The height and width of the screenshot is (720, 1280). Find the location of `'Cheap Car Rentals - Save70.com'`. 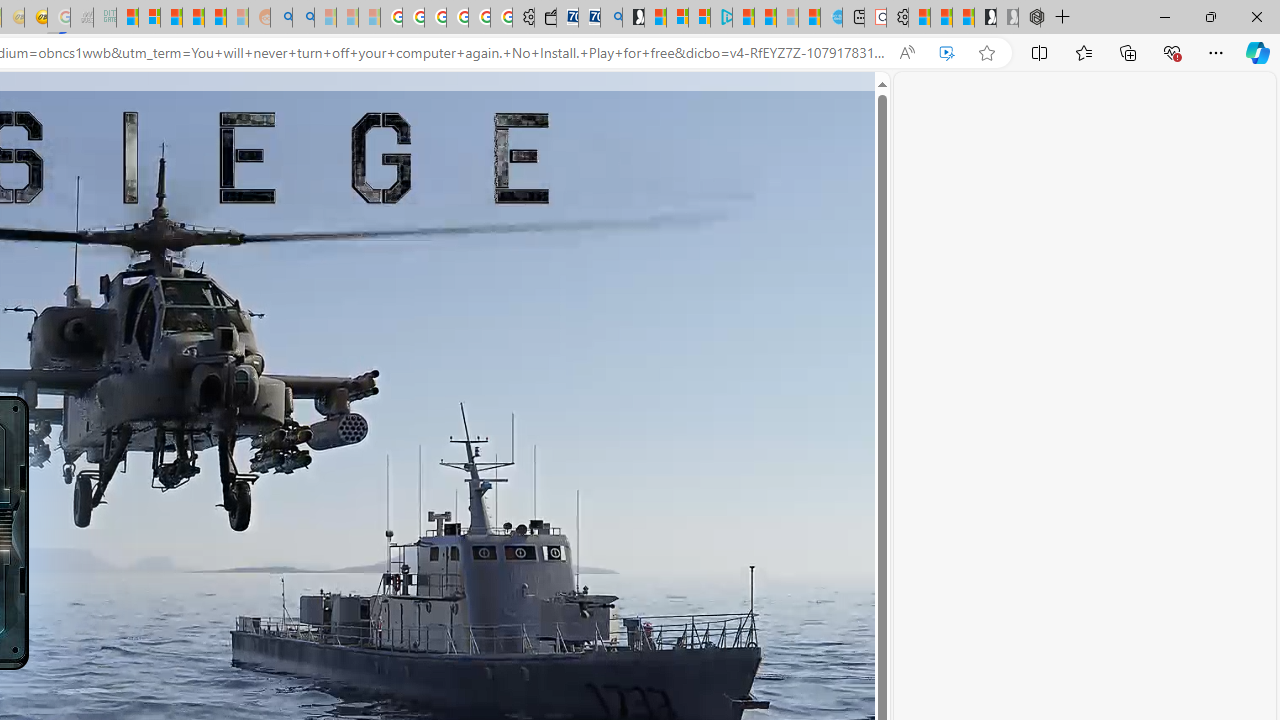

'Cheap Car Rentals - Save70.com' is located at coordinates (588, 17).